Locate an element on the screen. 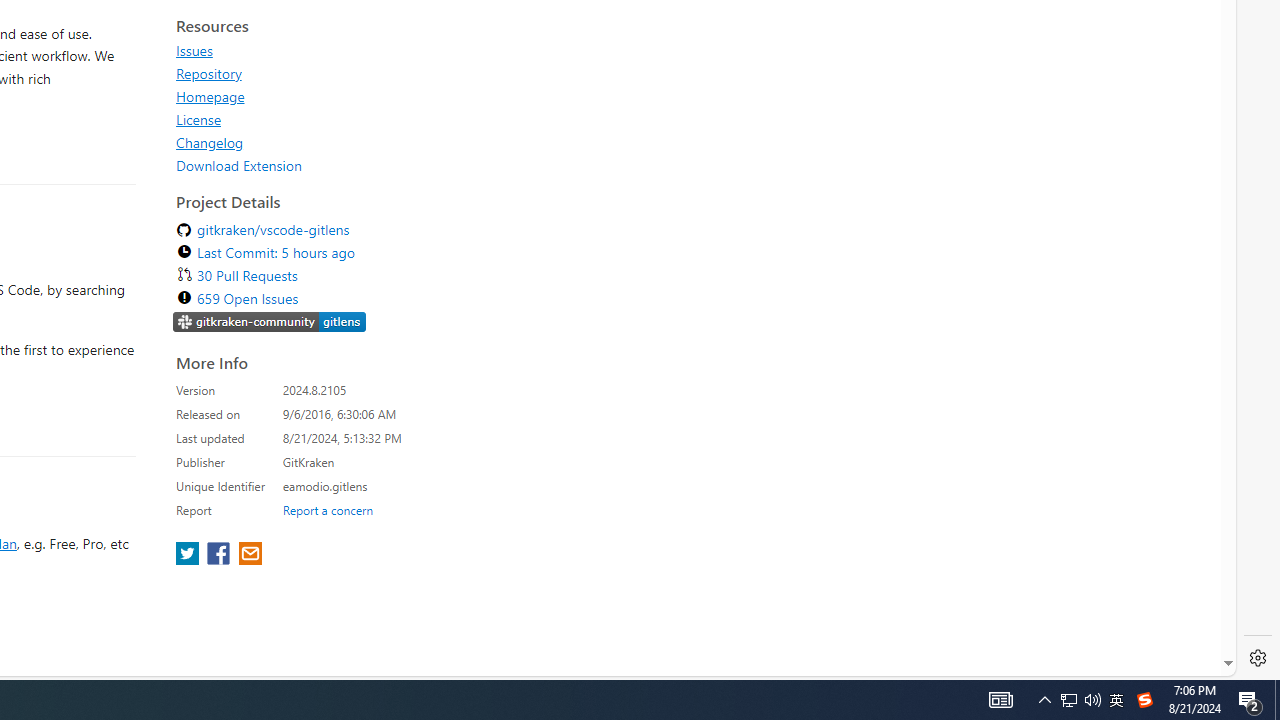 The height and width of the screenshot is (720, 1280). 'https://slack.gitkraken.com//' is located at coordinates (269, 320).